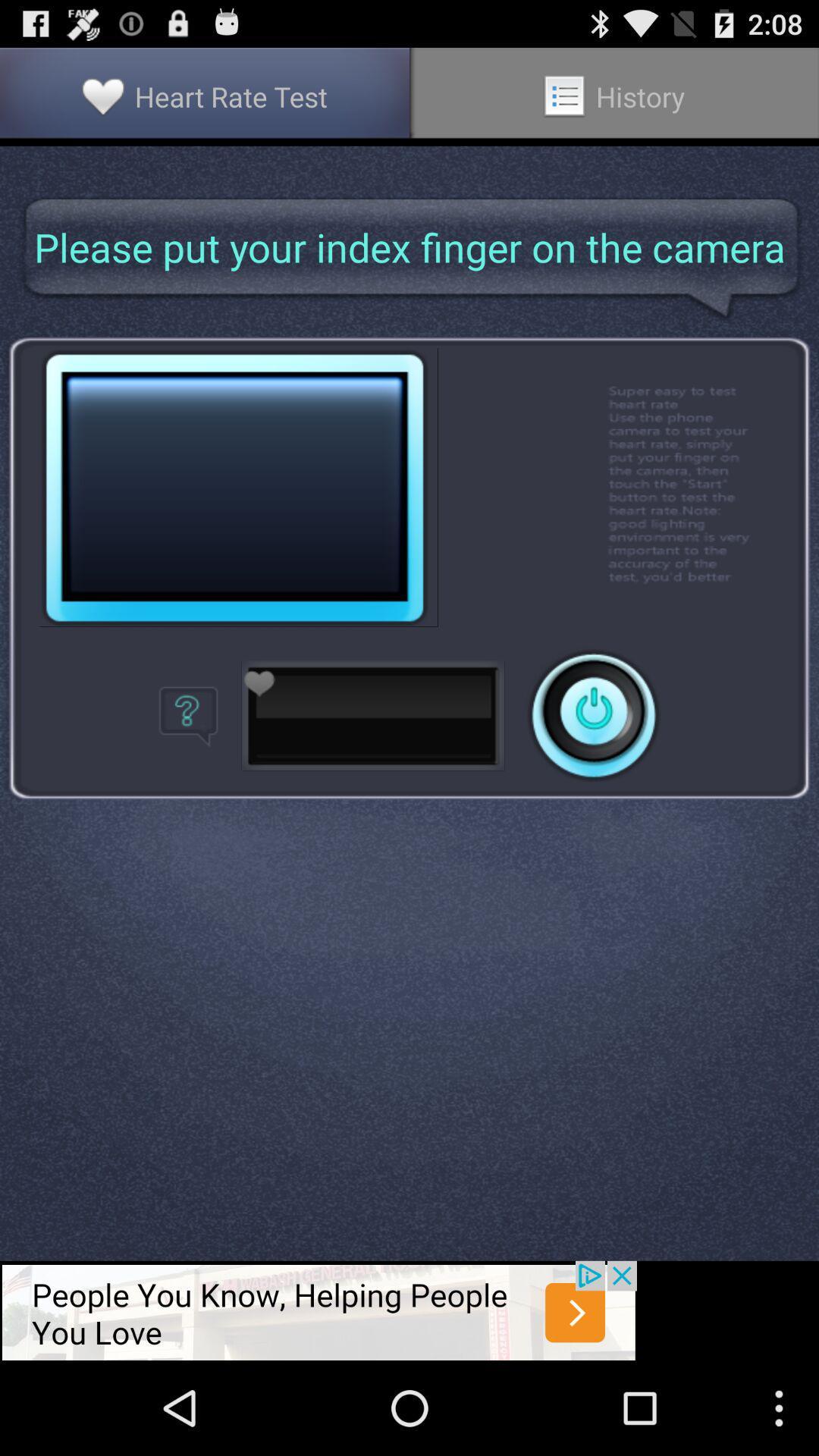 This screenshot has width=819, height=1456. What do you see at coordinates (593, 714) in the screenshot?
I see `an` at bounding box center [593, 714].